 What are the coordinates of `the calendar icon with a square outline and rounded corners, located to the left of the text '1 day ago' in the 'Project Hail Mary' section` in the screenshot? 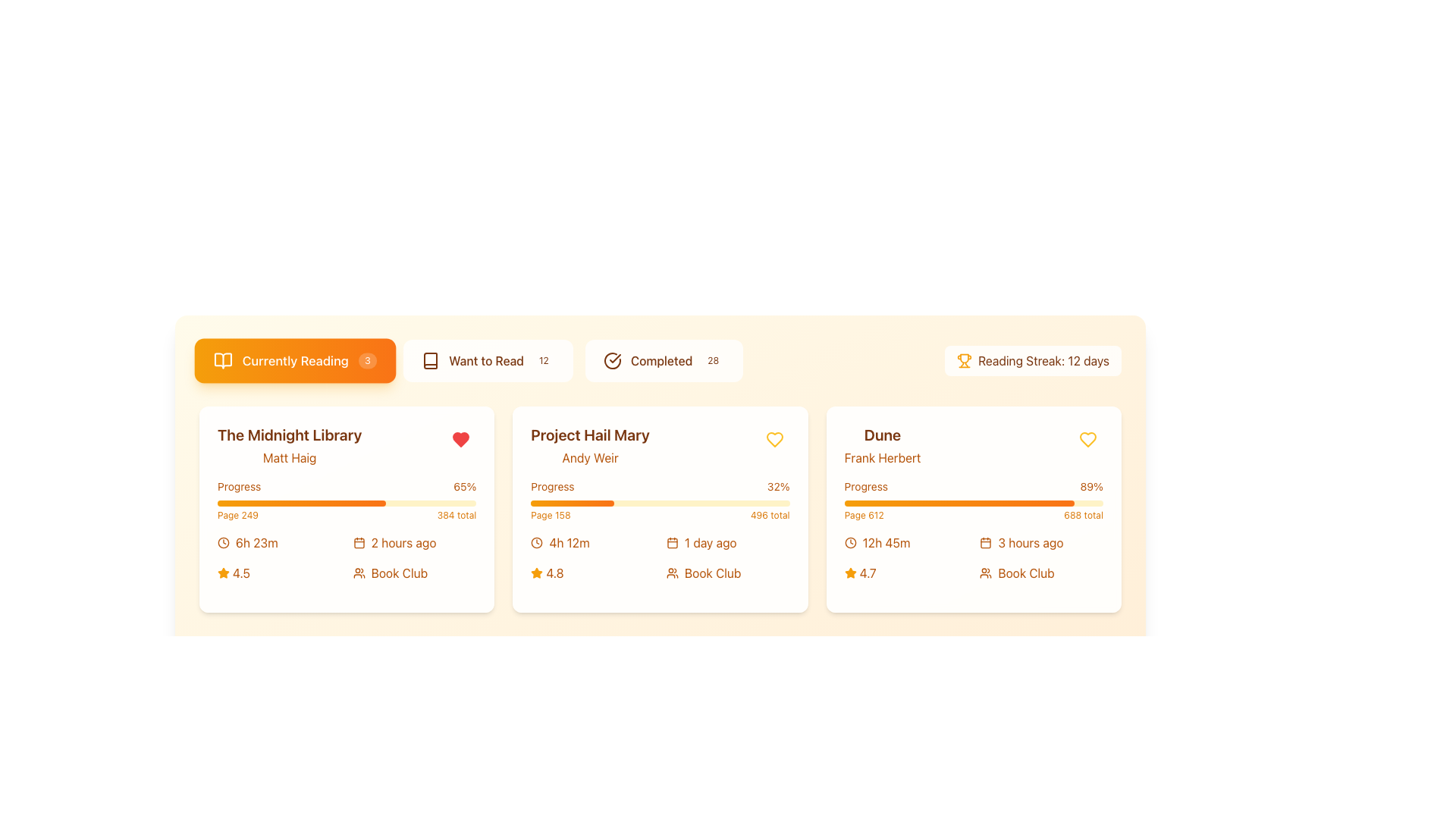 It's located at (672, 542).